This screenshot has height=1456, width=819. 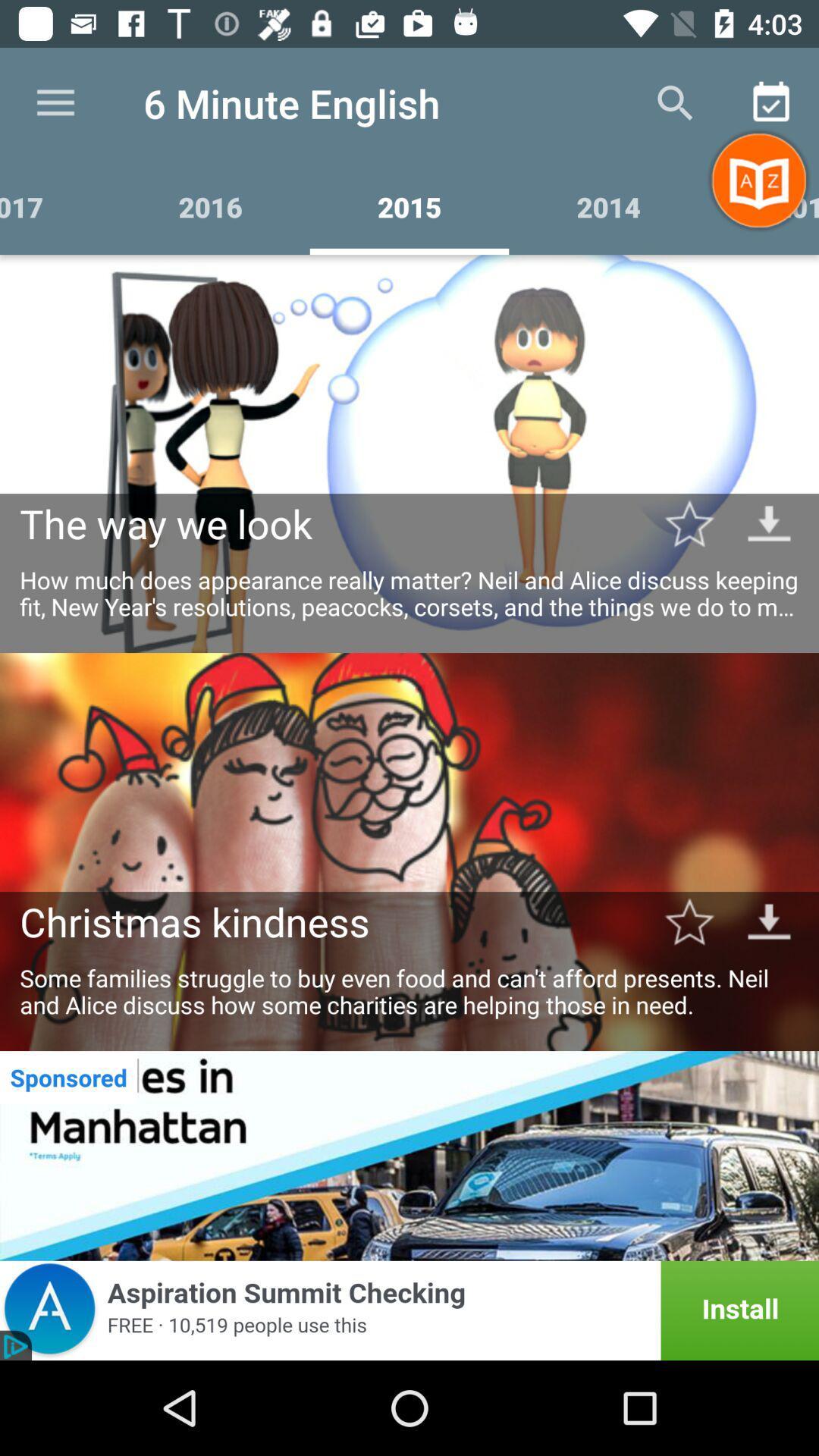 What do you see at coordinates (769, 921) in the screenshot?
I see `download that podcast` at bounding box center [769, 921].